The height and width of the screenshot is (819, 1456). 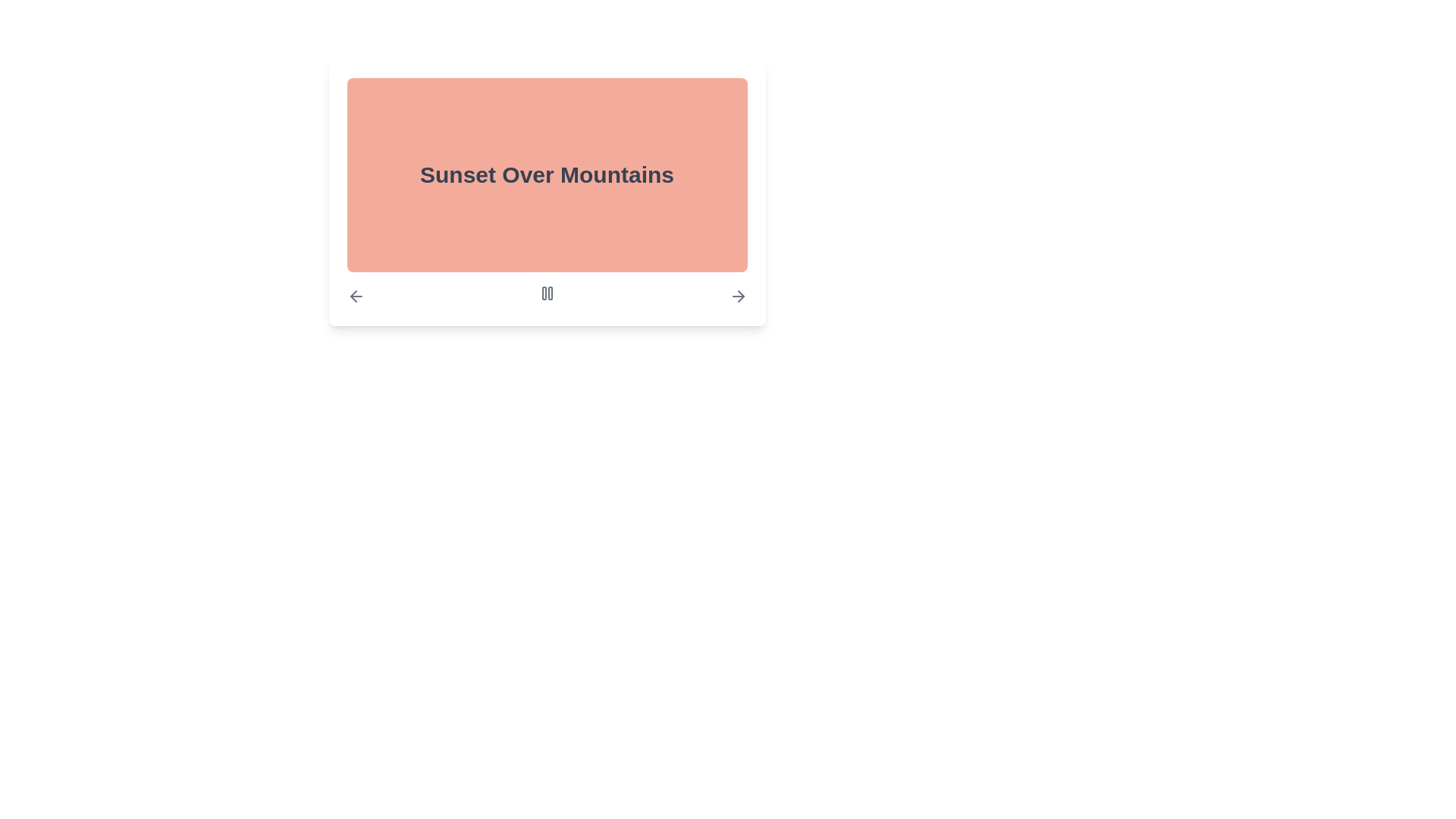 I want to click on the navigation arrow button located on the leftmost side of the grouping beneath the 'Sunset Over Mountains' panel, so click(x=355, y=296).